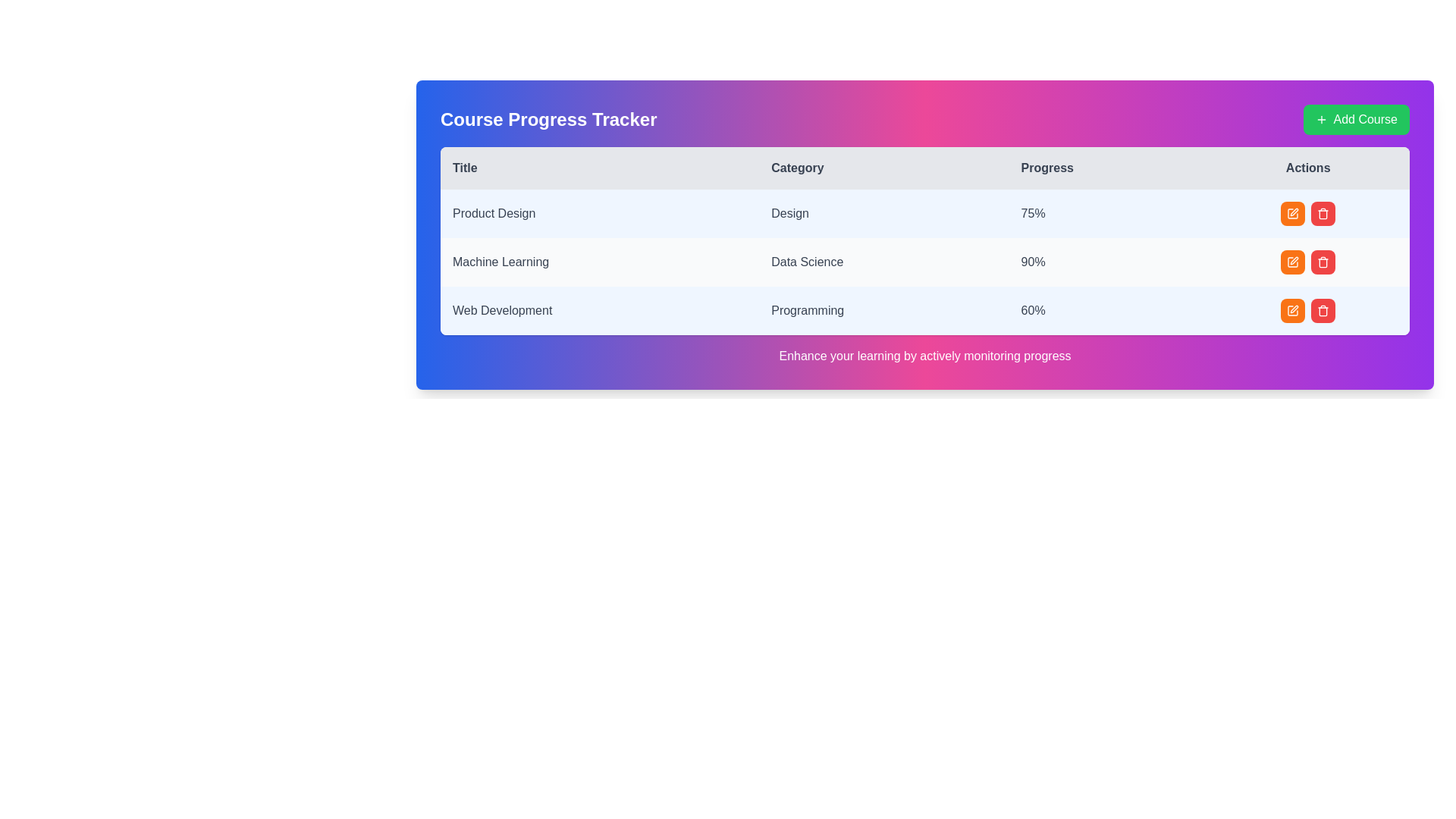 This screenshot has height=819, width=1456. I want to click on the trash bin icon located within the red button in the last row of the table under the 'Actions' column for the 'Web Development' course, so click(1323, 262).